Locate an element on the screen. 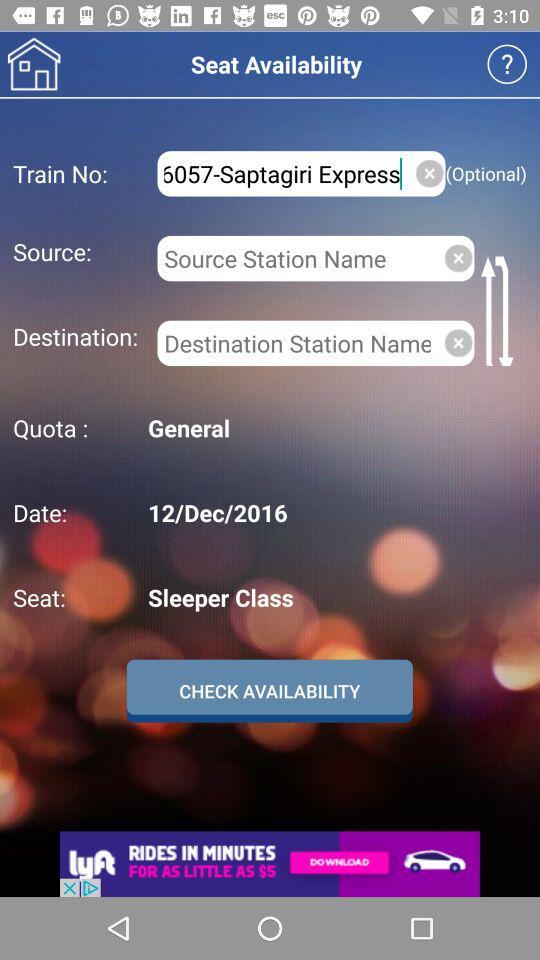  destination station name is located at coordinates (295, 343).